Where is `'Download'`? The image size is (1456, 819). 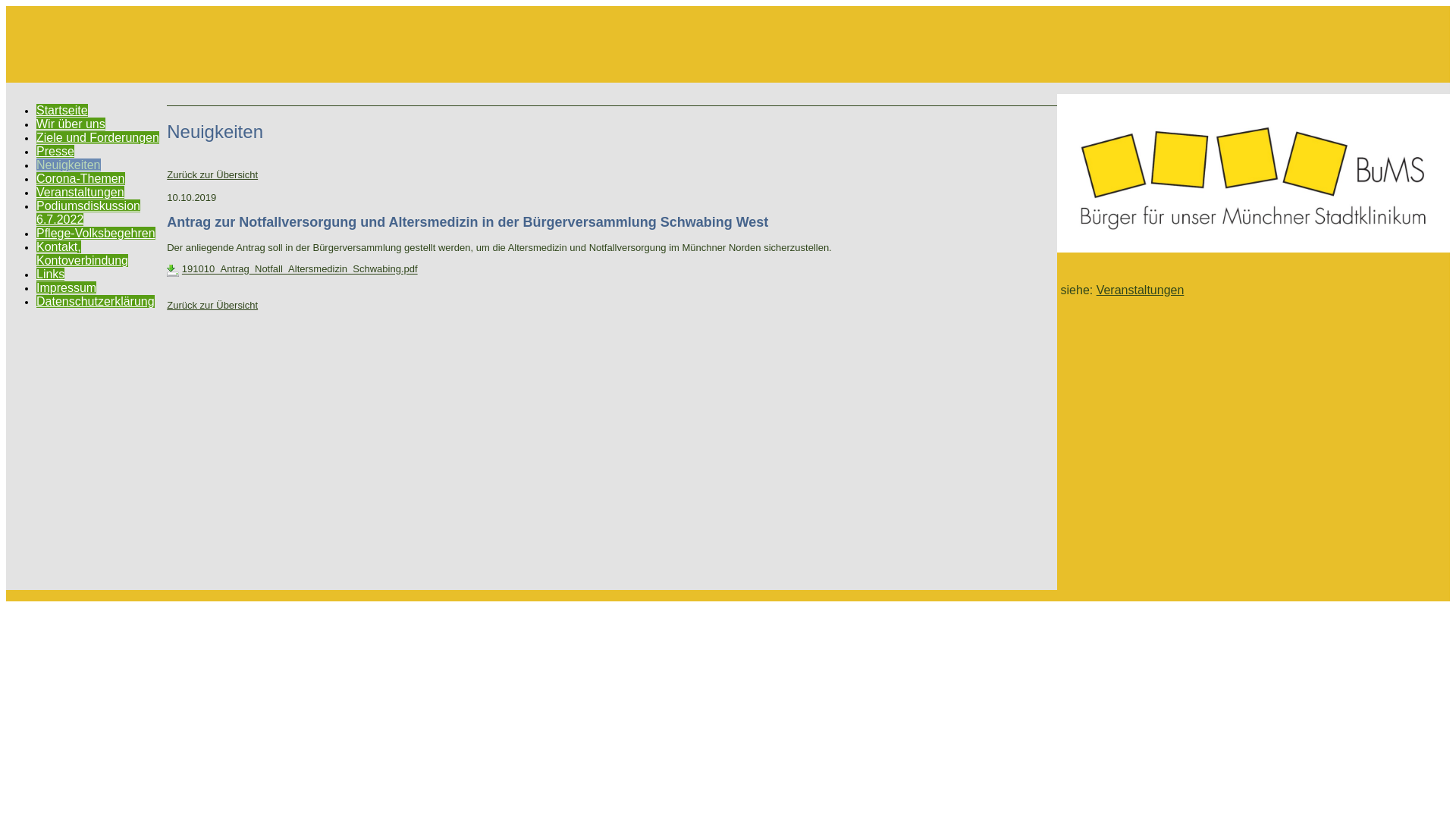
'Download' is located at coordinates (172, 270).